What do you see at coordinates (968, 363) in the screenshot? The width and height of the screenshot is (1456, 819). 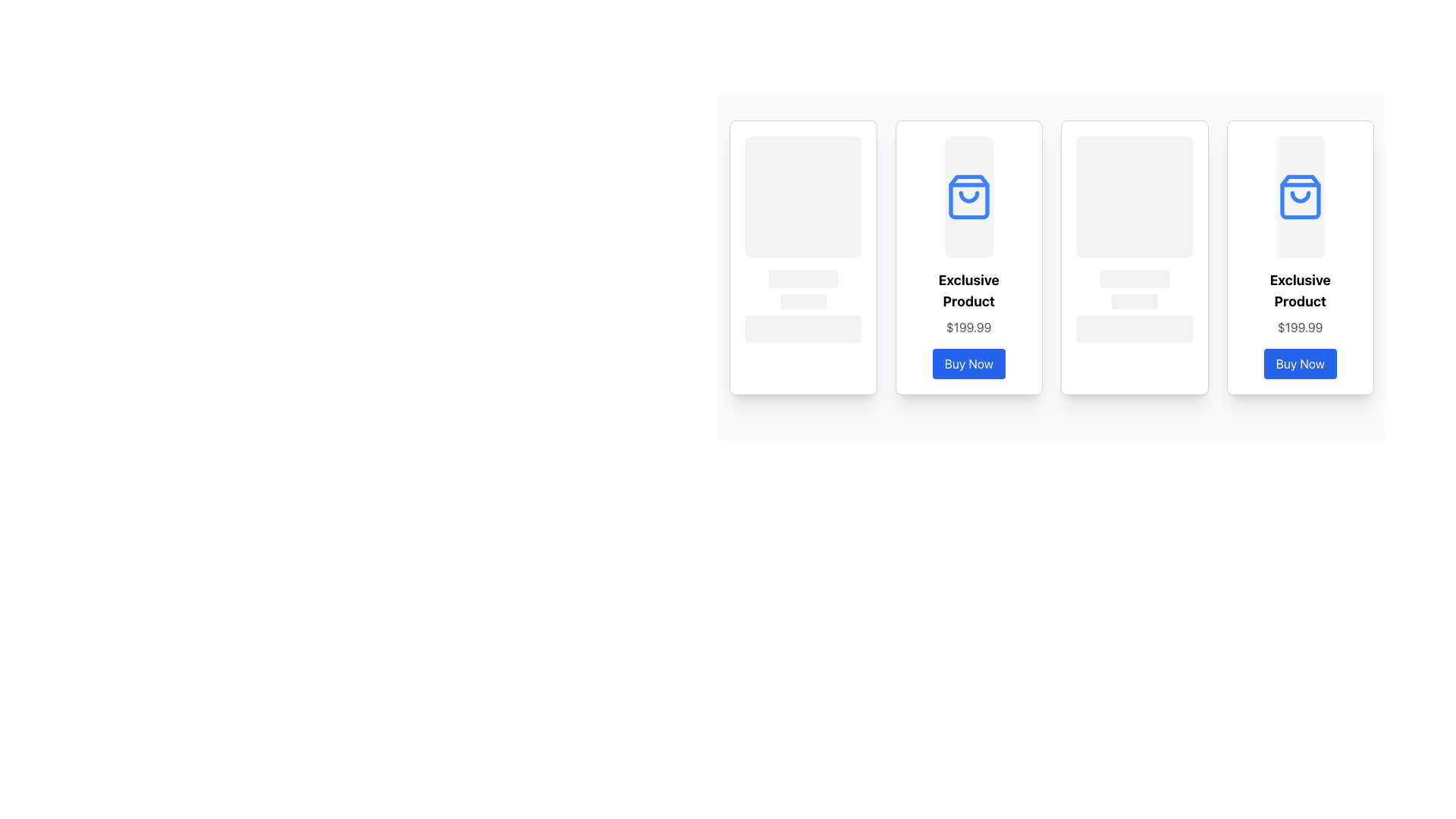 I see `the call-to-action button located at the bottom of the product card, directly below the price '$199.99'` at bounding box center [968, 363].